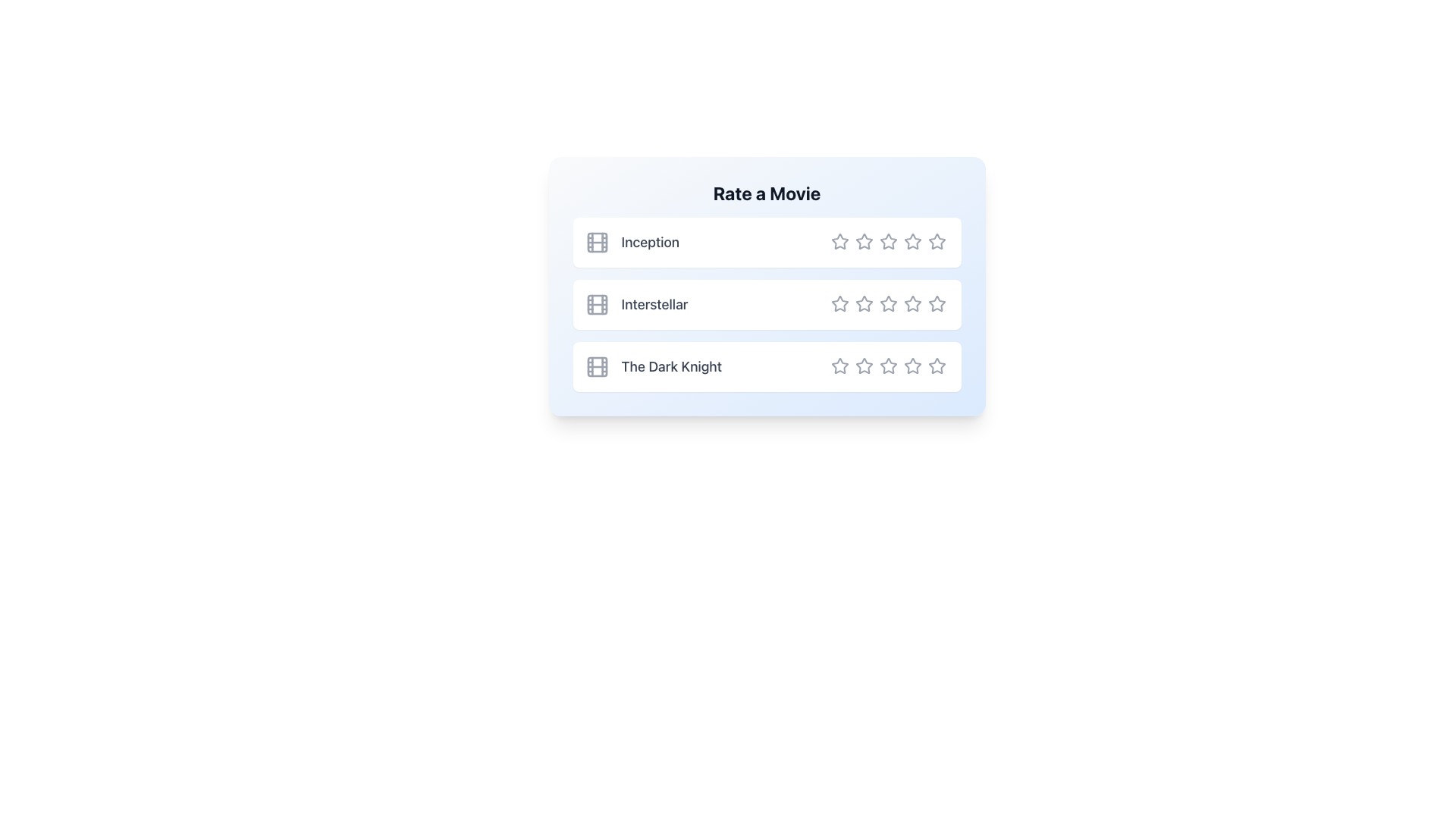 The width and height of the screenshot is (1456, 819). What do you see at coordinates (863, 366) in the screenshot?
I see `the first star in the rating row to assign a one star rating to the movie 'The Dark Knight'` at bounding box center [863, 366].